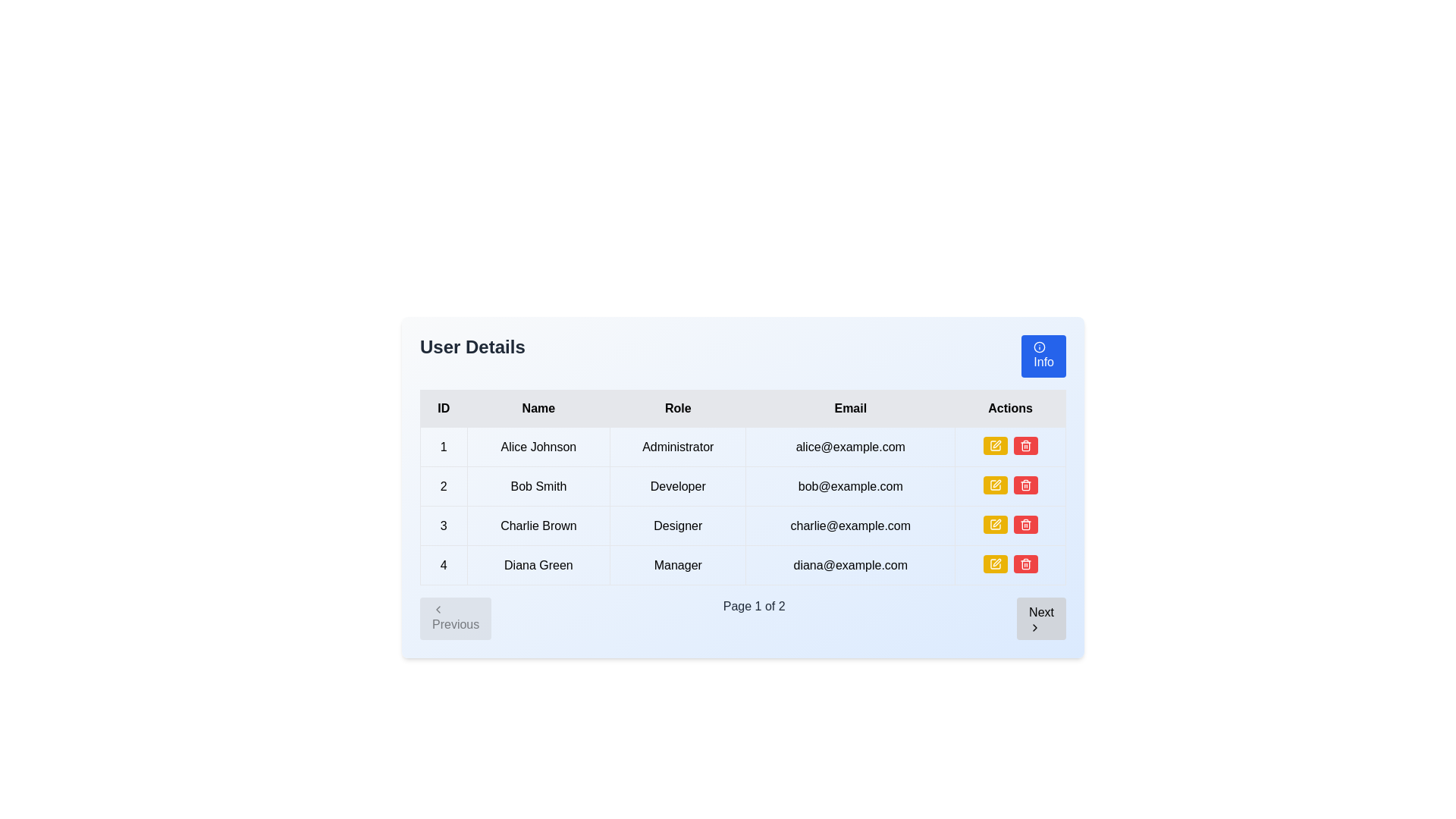  I want to click on the trash bin icon in the fourth row of the user details table, so click(1025, 446).